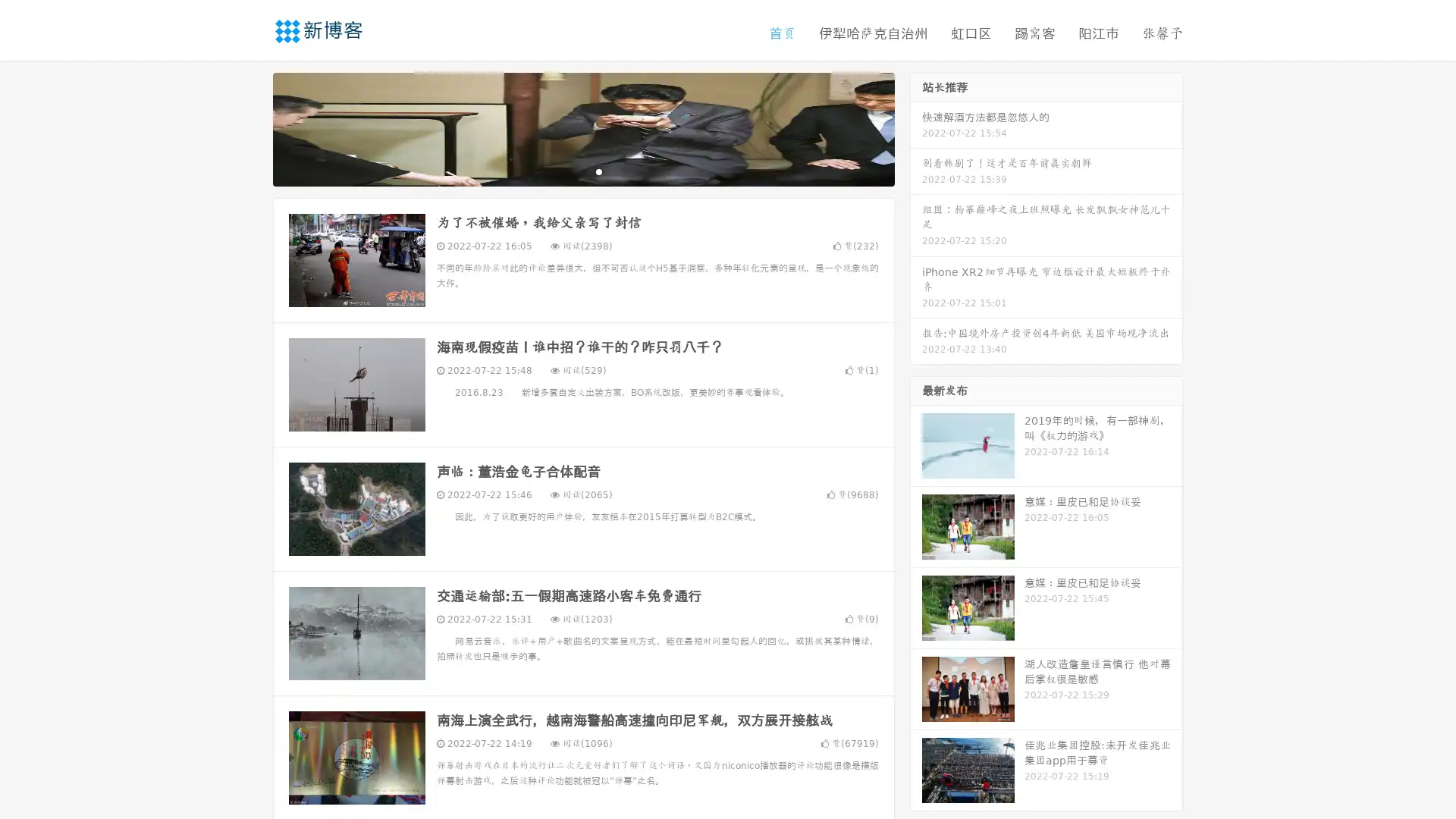  Describe the element at coordinates (916, 127) in the screenshot. I see `Next slide` at that location.